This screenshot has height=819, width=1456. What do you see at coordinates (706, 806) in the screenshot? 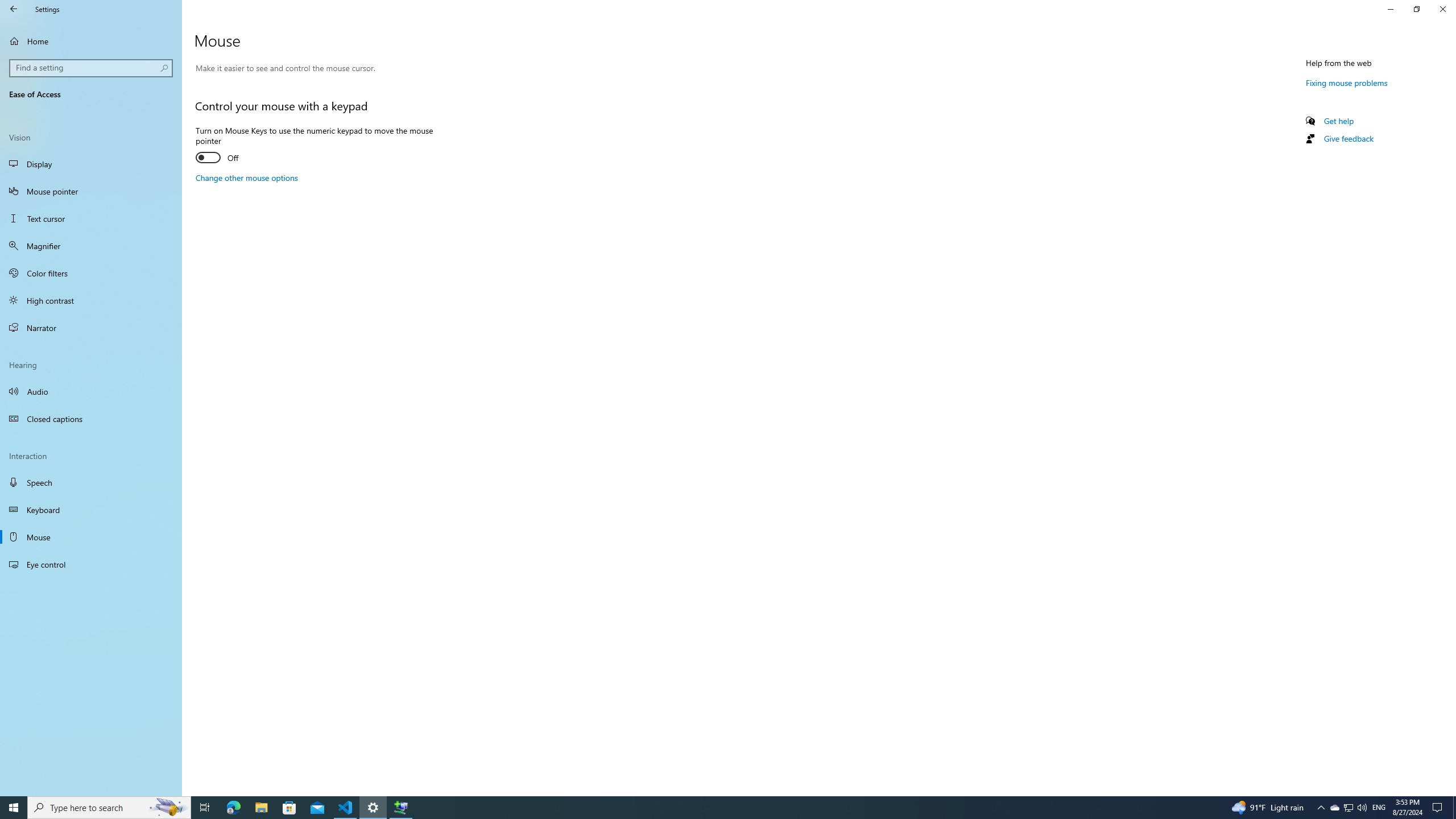
I see `'Running applications'` at bounding box center [706, 806].